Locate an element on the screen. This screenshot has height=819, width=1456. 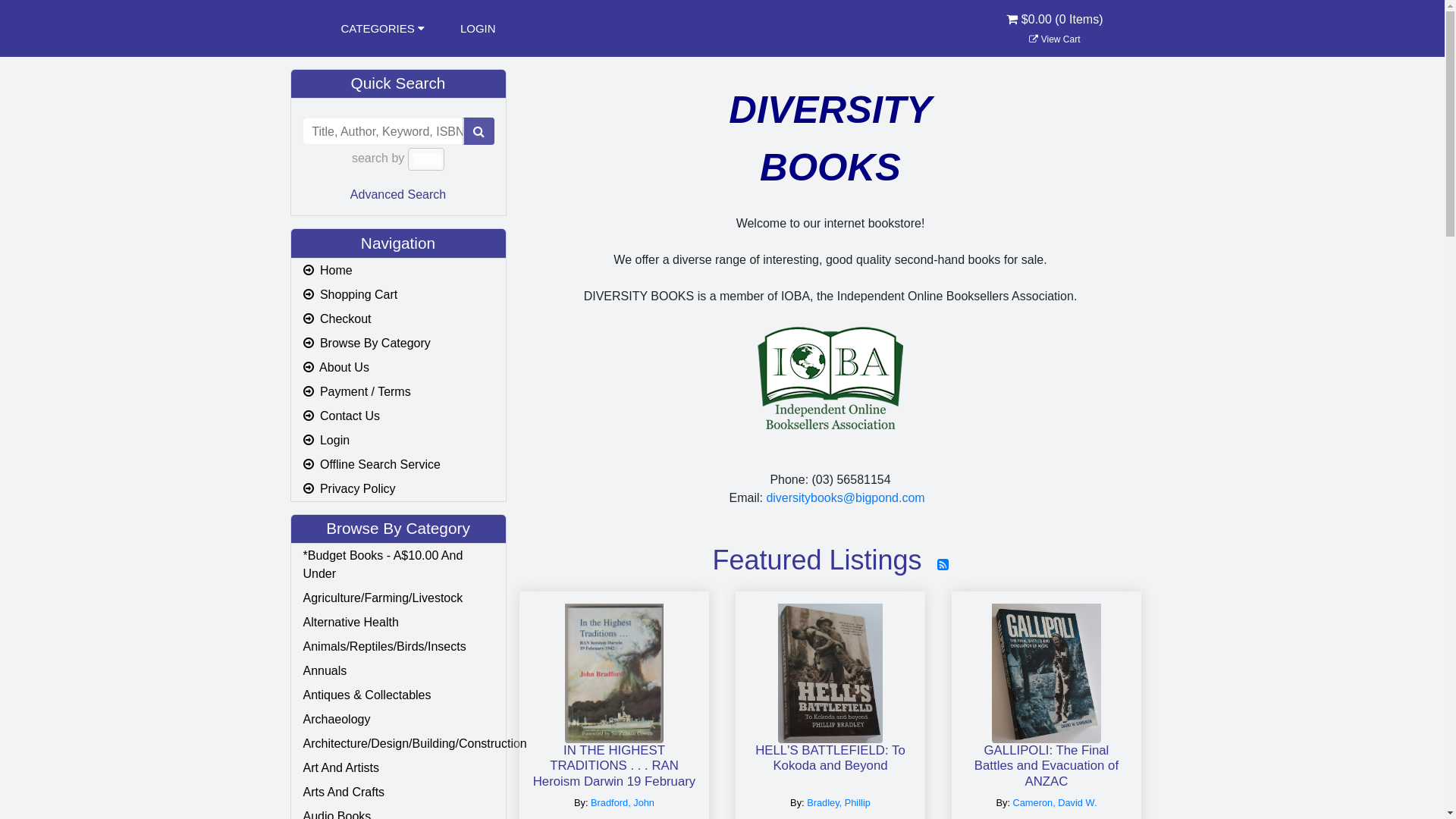
'Advanced Search' is located at coordinates (397, 193).